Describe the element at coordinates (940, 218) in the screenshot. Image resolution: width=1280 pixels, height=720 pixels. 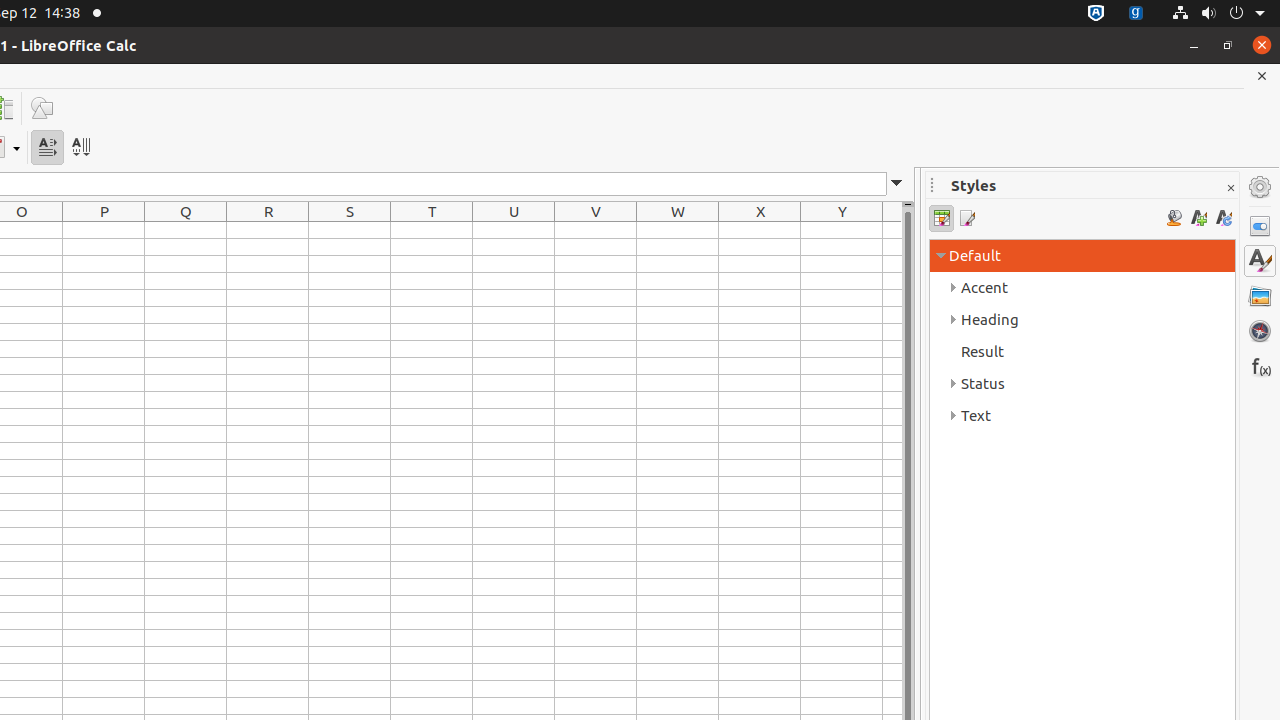
I see `'Cell Styles'` at that location.